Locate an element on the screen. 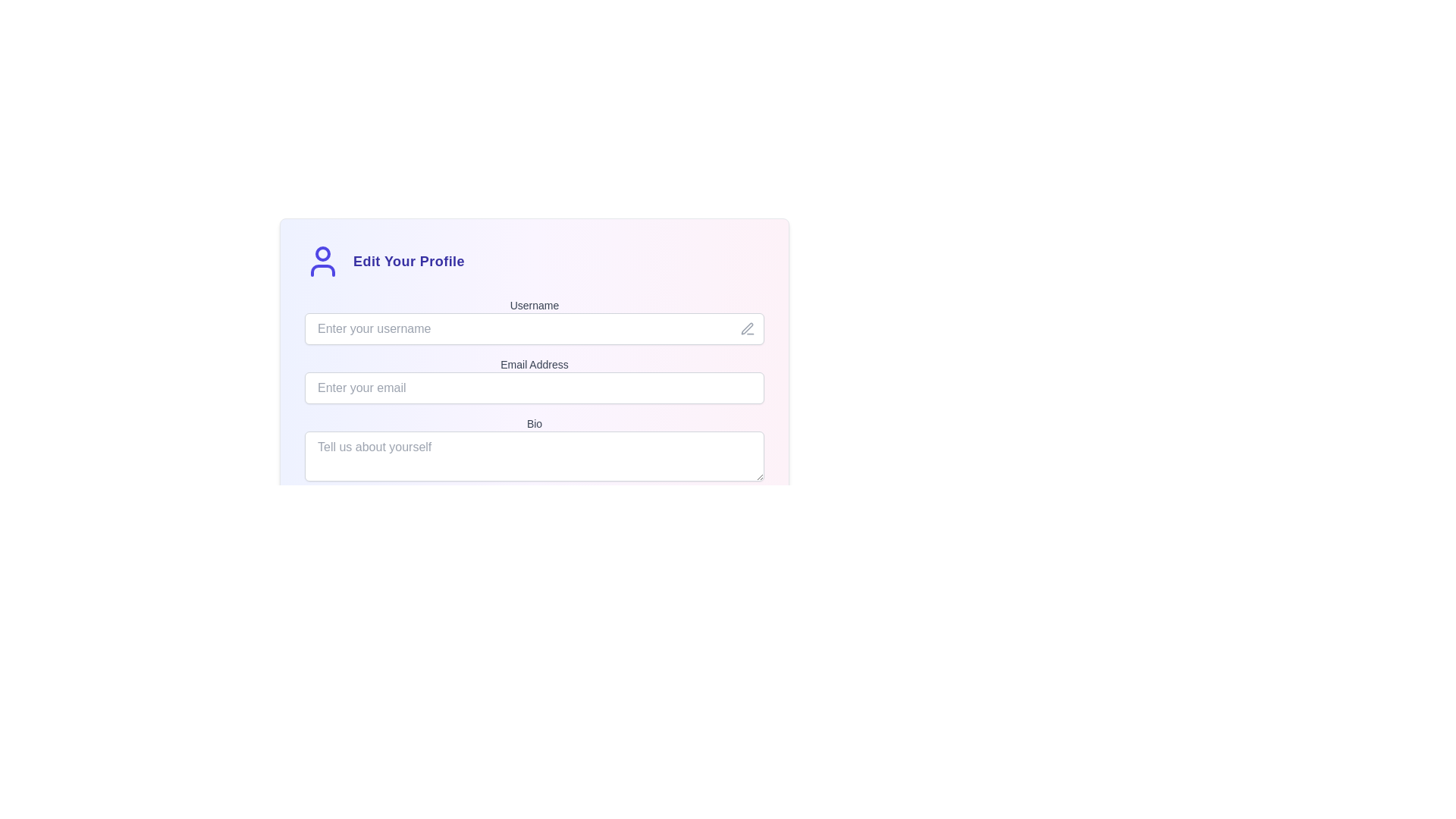  the Informational Banner located at the lower section of the 'Edit Your Profile' form, which provides guidance on username and email uniqueness and accuracy is located at coordinates (535, 517).